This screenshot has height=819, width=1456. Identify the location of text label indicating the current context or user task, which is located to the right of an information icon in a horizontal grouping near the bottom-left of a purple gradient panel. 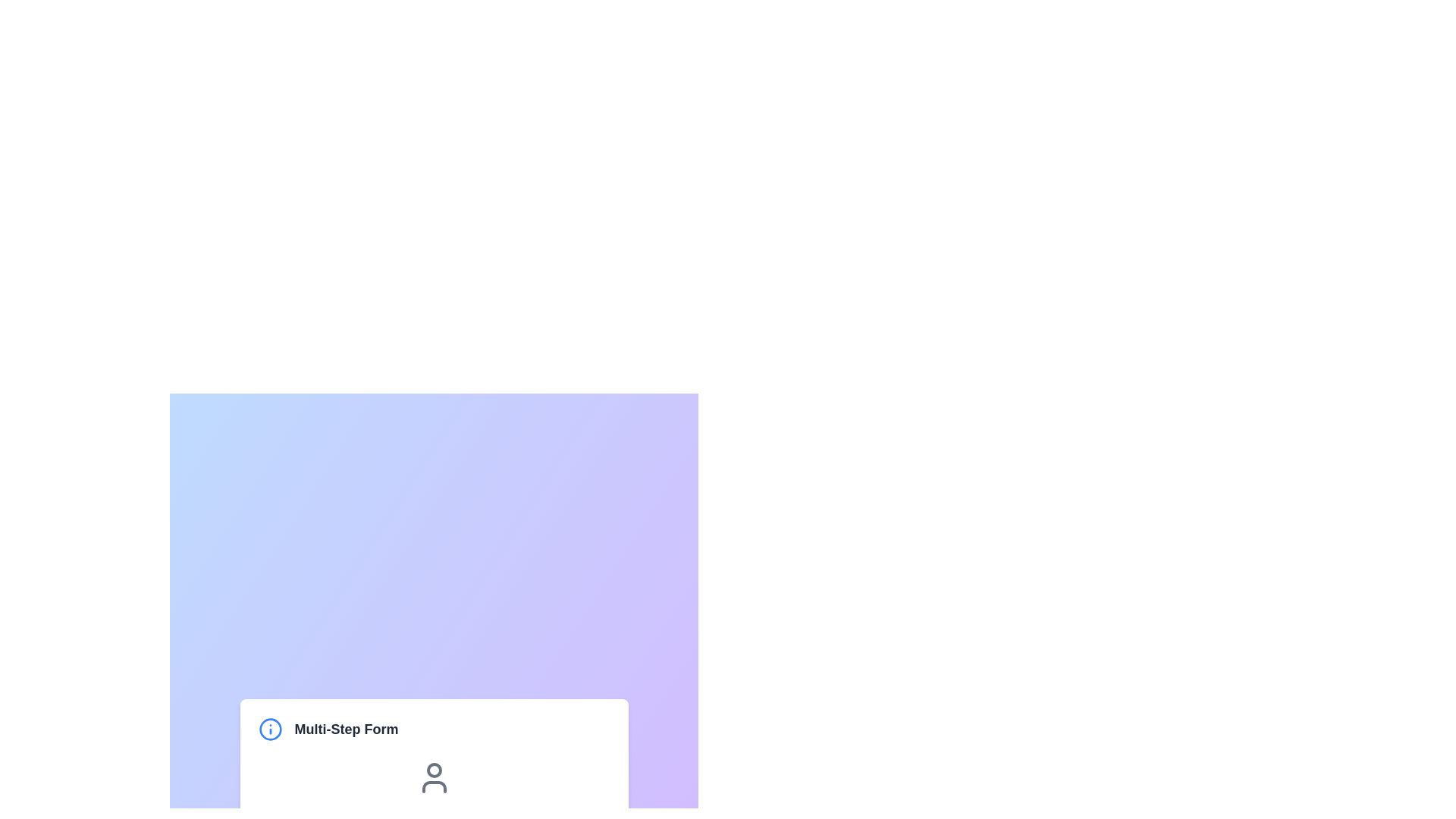
(345, 728).